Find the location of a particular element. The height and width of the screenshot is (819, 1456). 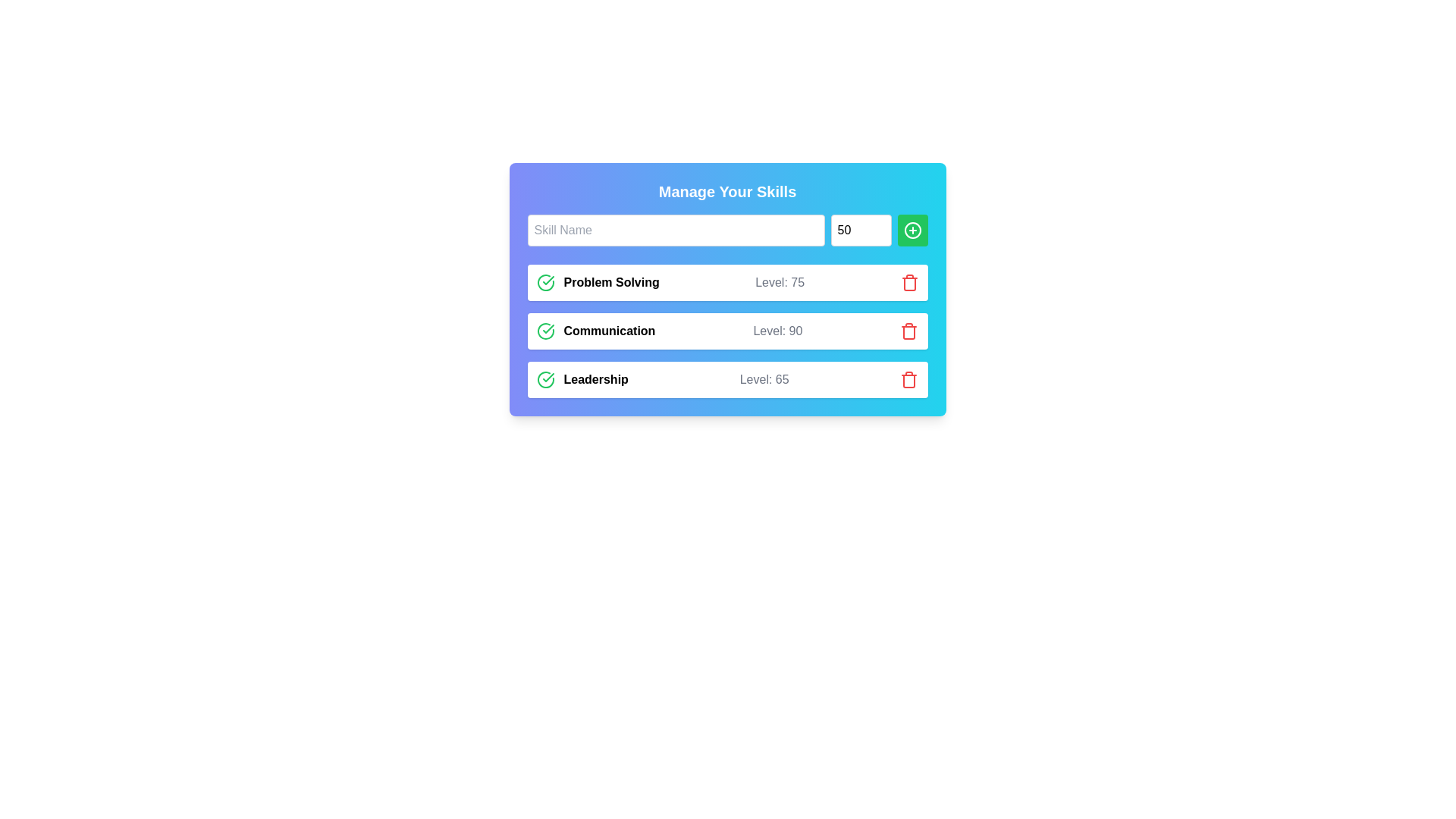

text of the bold 'Communication' label, which is the second element in a vertical list of skill descriptors, located centrally in the interface is located at coordinates (609, 330).